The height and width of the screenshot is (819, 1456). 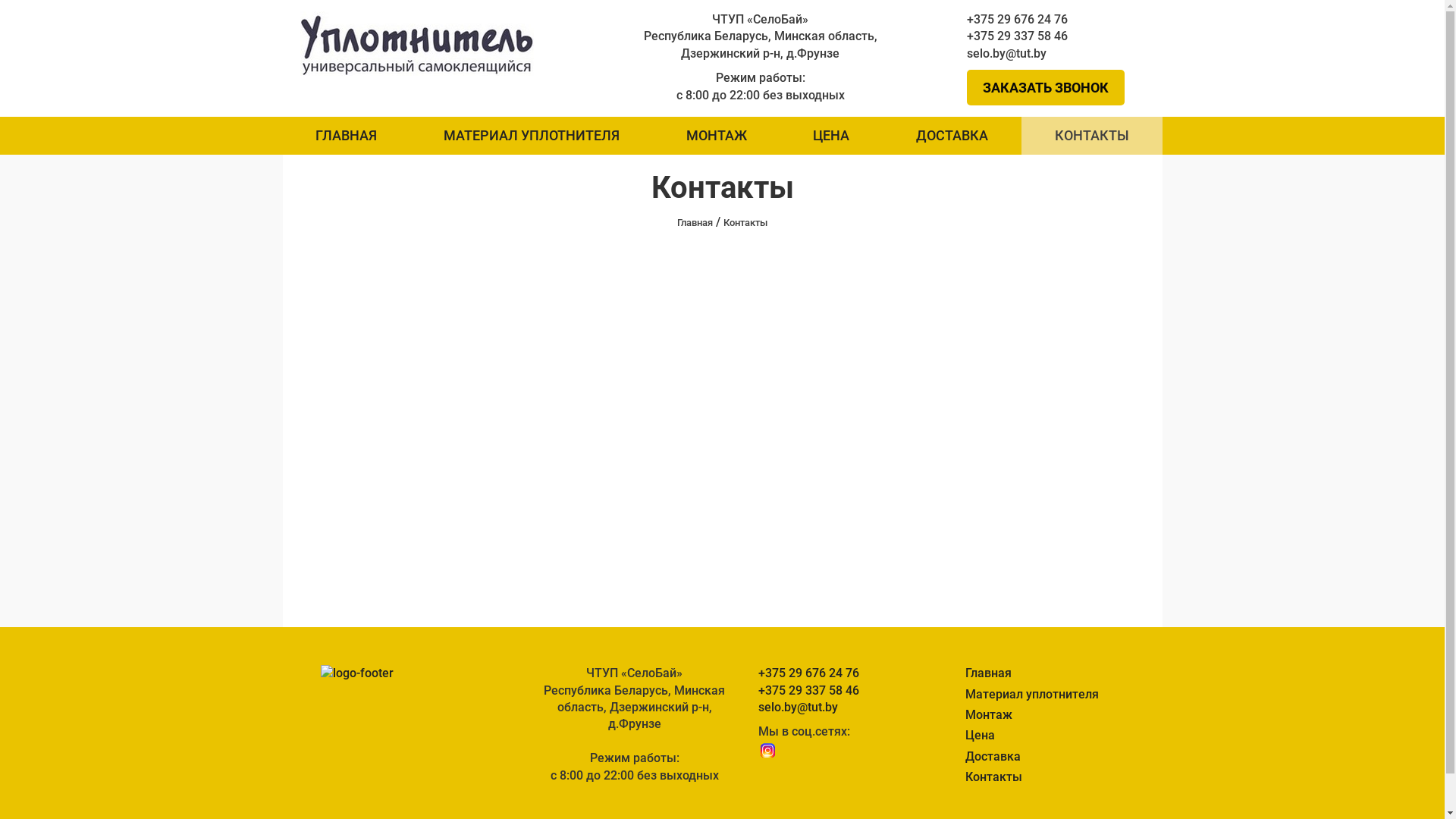 What do you see at coordinates (833, 708) in the screenshot?
I see `'selo.by@tut.by'` at bounding box center [833, 708].